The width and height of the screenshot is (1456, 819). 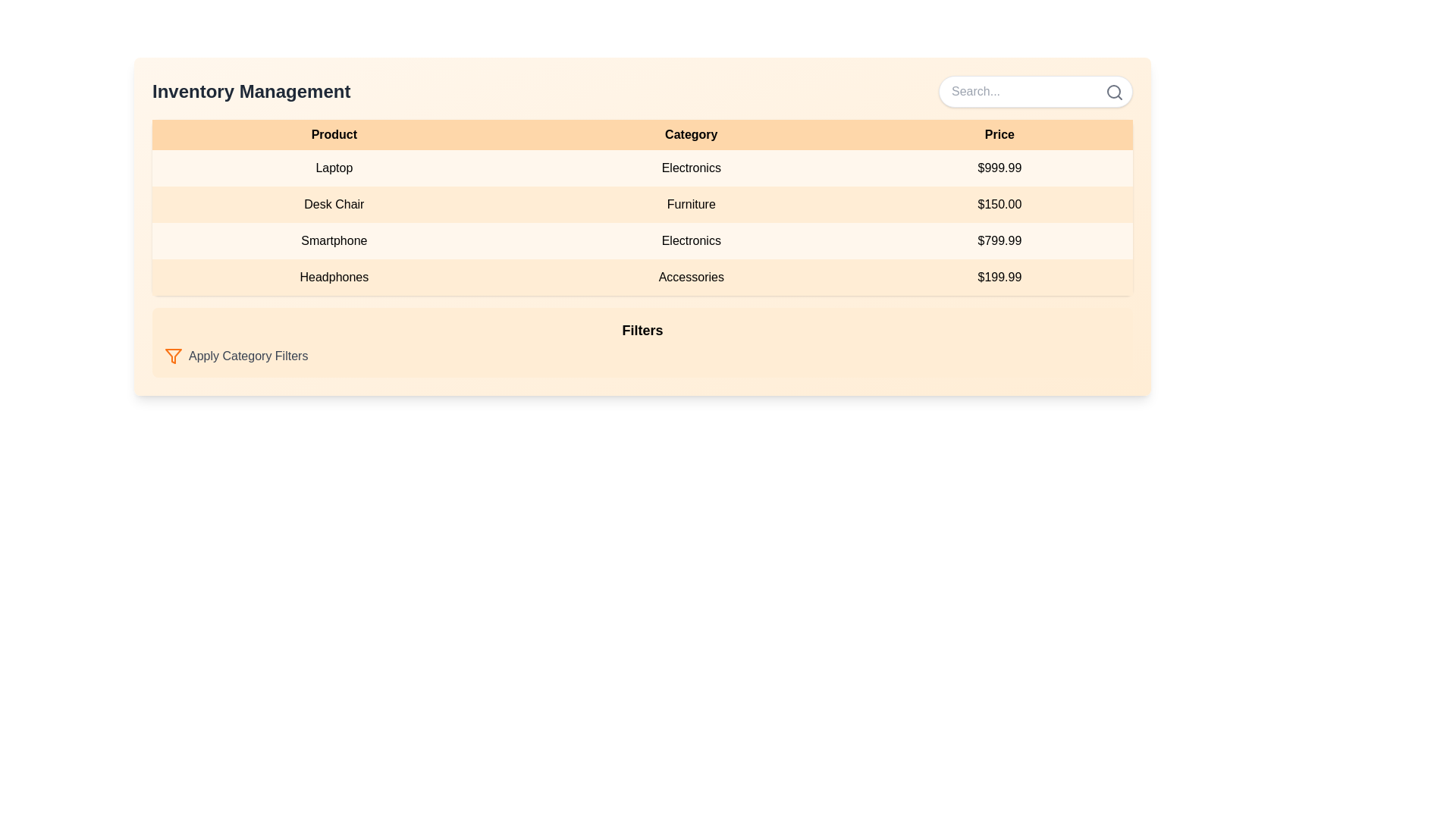 What do you see at coordinates (174, 356) in the screenshot?
I see `the filter function icon located at the bottom-left corner of the interface, adjacent to the 'Apply Category Filters' label` at bounding box center [174, 356].